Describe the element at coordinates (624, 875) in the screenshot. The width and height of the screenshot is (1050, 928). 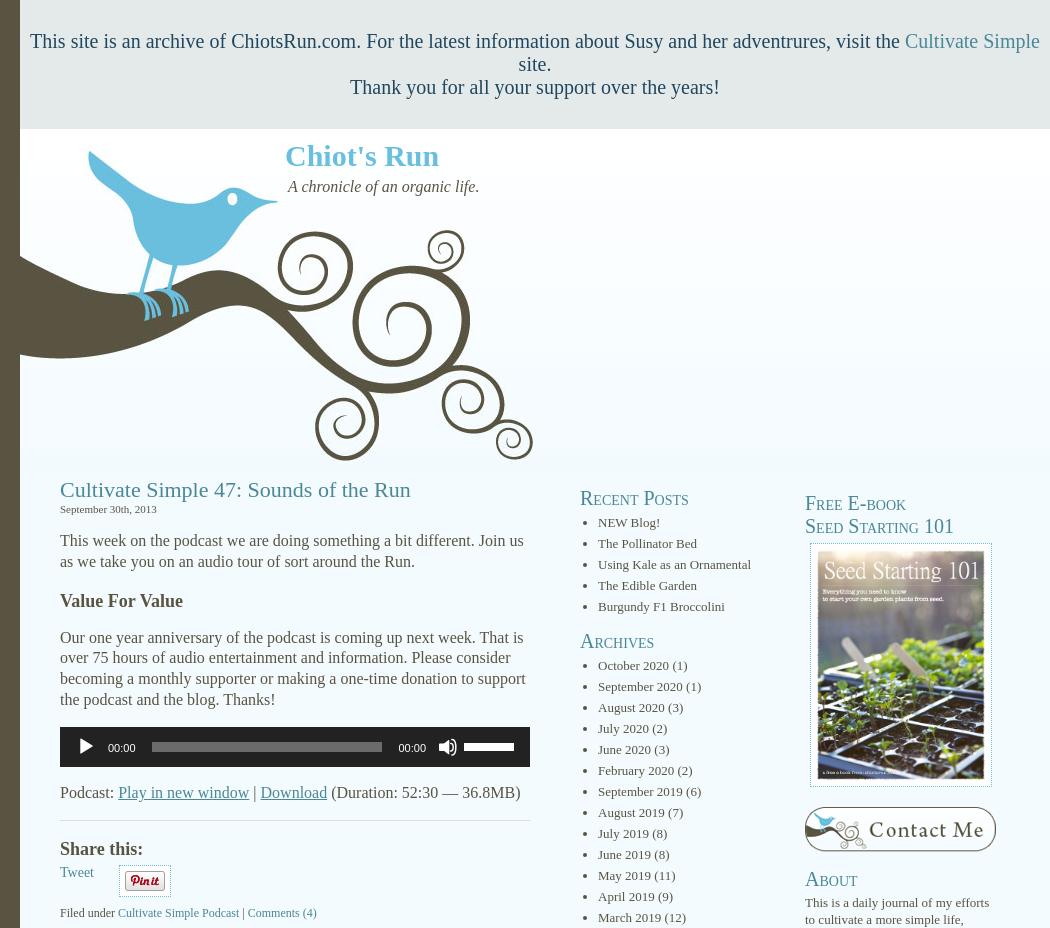
I see `'May 2019'` at that location.